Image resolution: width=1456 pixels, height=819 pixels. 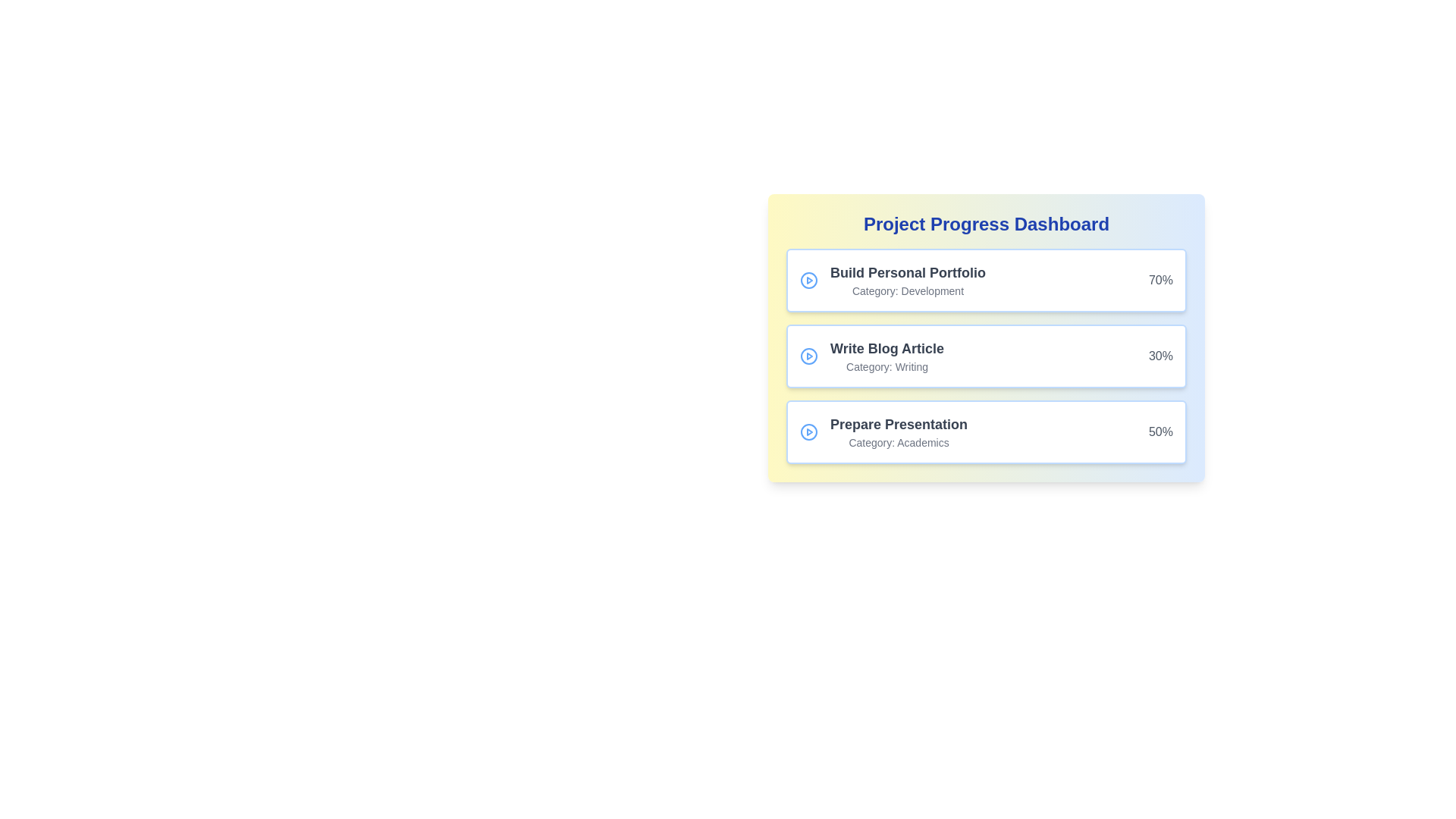 What do you see at coordinates (808, 356) in the screenshot?
I see `the play button located to the left of the 'Write Blog Article' text` at bounding box center [808, 356].